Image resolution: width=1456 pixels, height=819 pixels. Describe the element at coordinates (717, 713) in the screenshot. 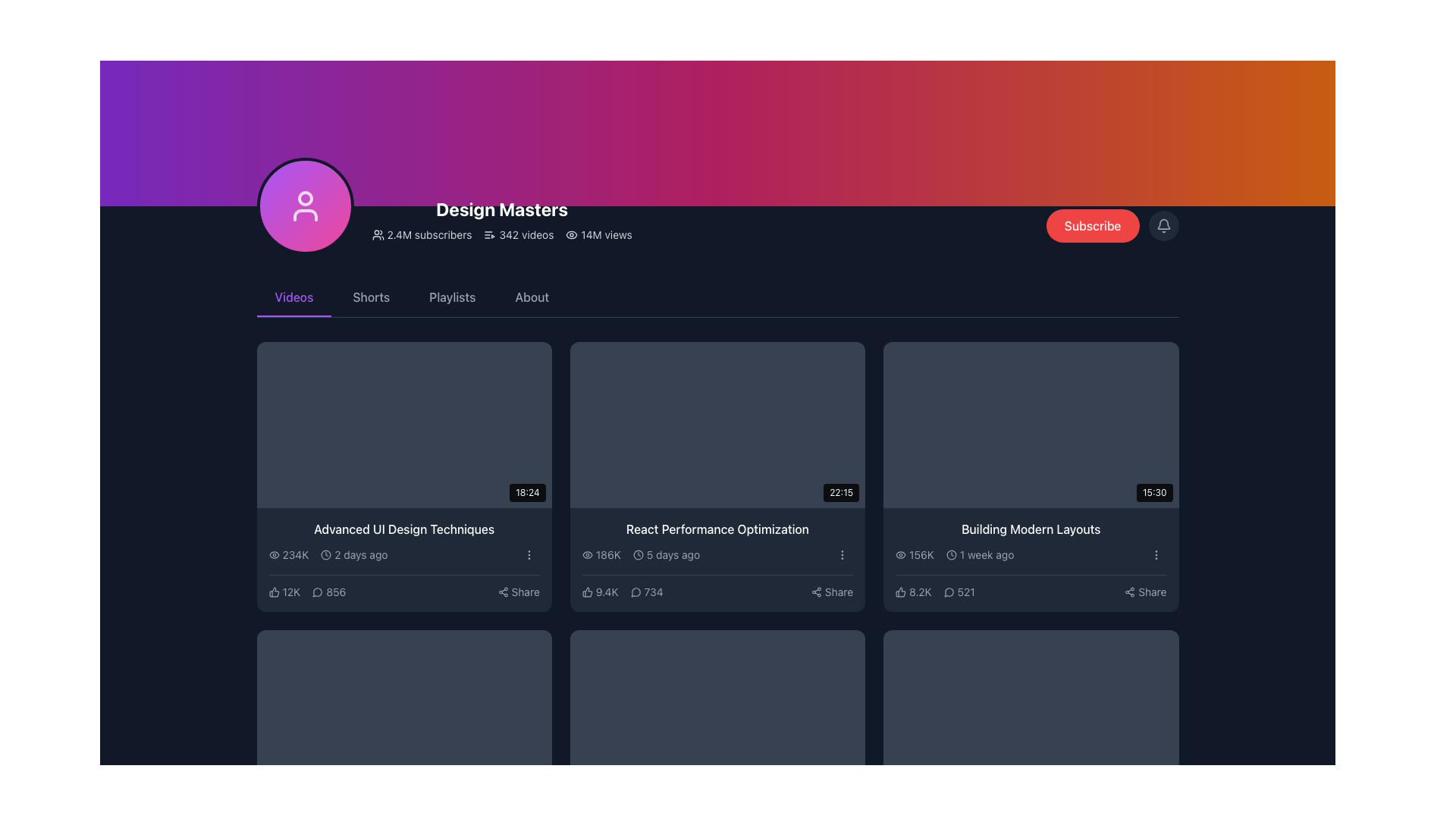

I see `the fourth video thumbnail in the bottom-left corner of the grid` at that location.